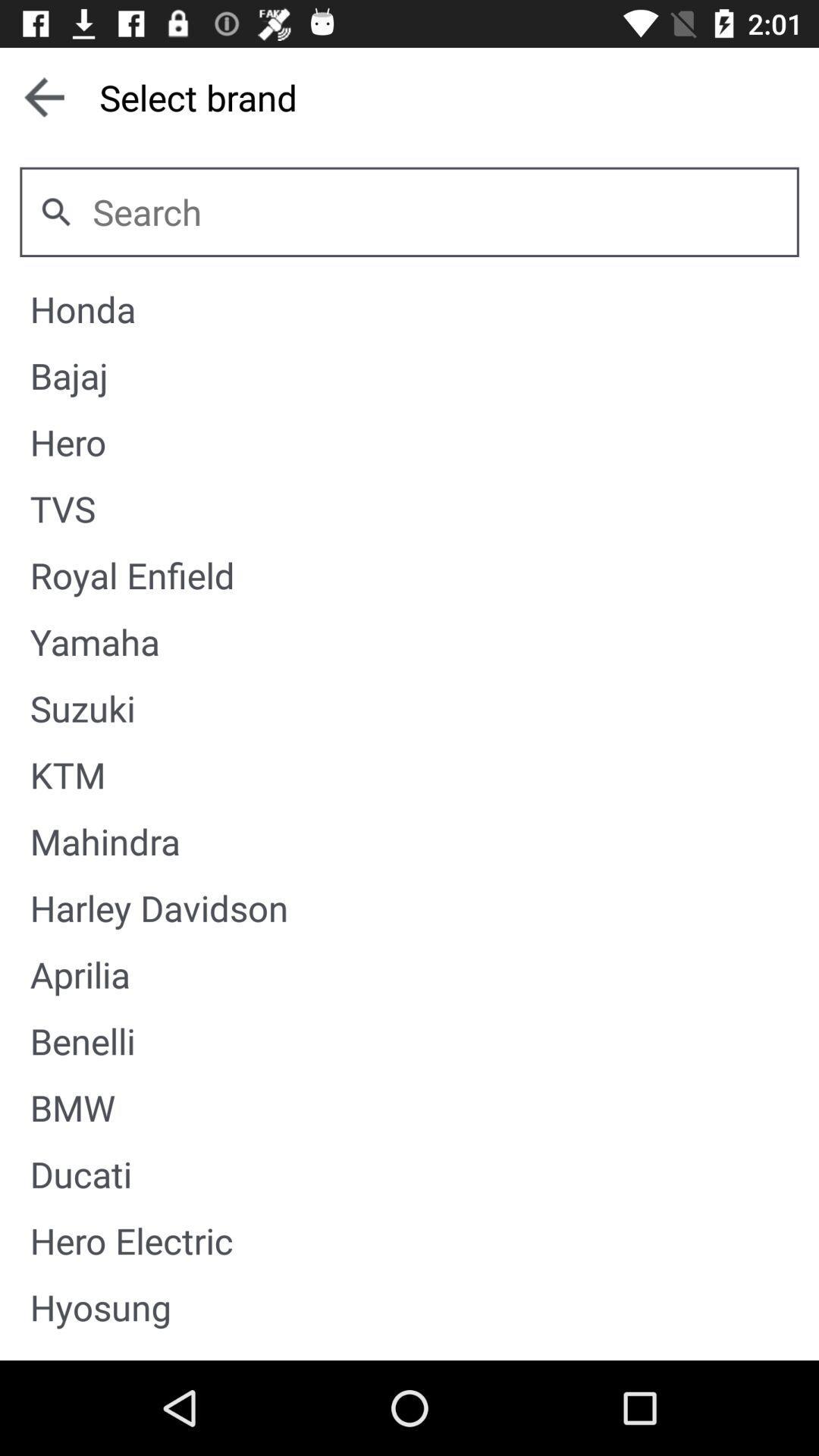  I want to click on the search icon on the web page, so click(55, 211).